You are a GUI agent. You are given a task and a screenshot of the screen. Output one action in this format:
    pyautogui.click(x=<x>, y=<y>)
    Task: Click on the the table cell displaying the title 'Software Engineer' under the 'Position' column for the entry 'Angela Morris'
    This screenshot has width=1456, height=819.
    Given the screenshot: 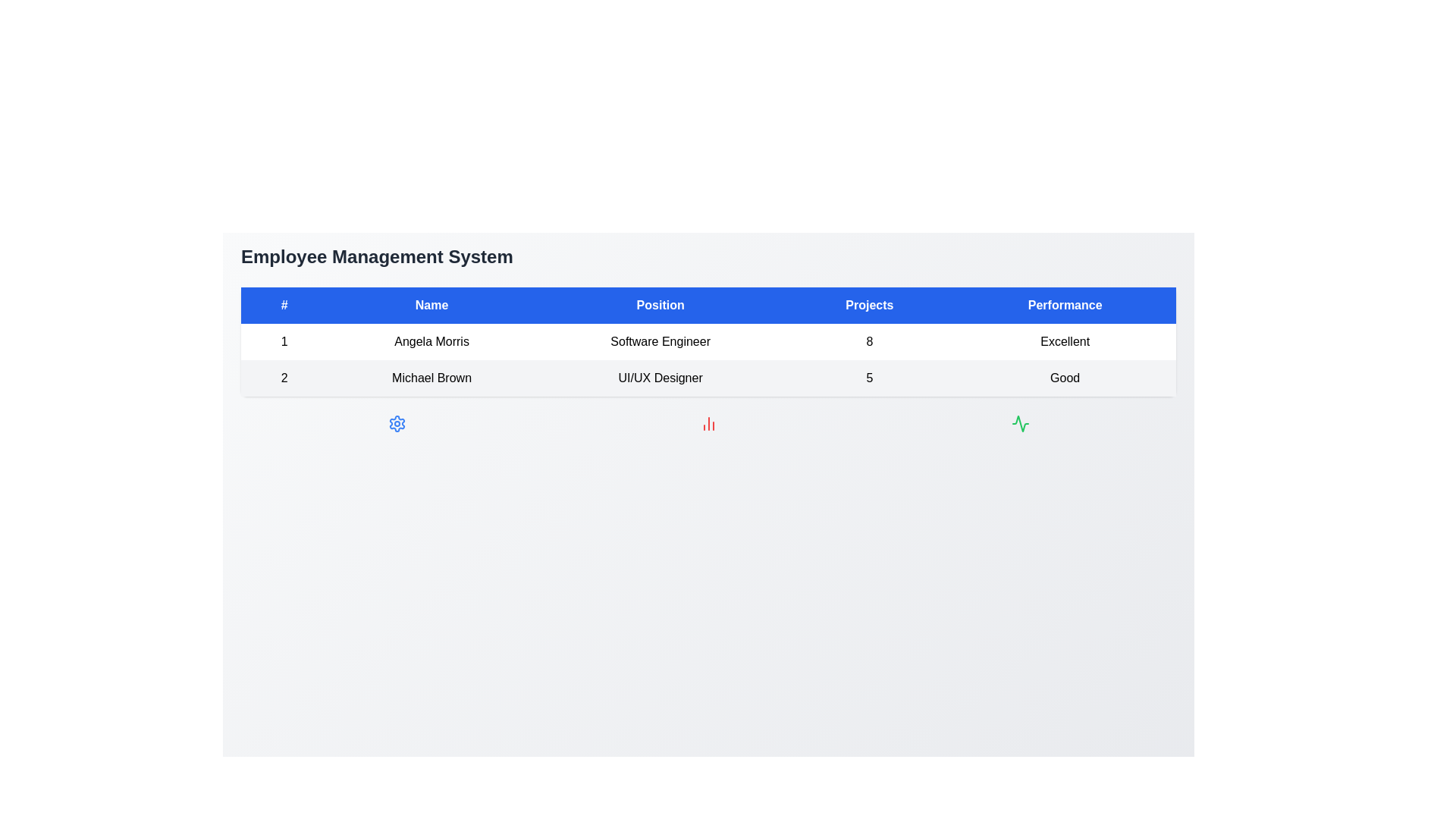 What is the action you would take?
    pyautogui.click(x=661, y=342)
    